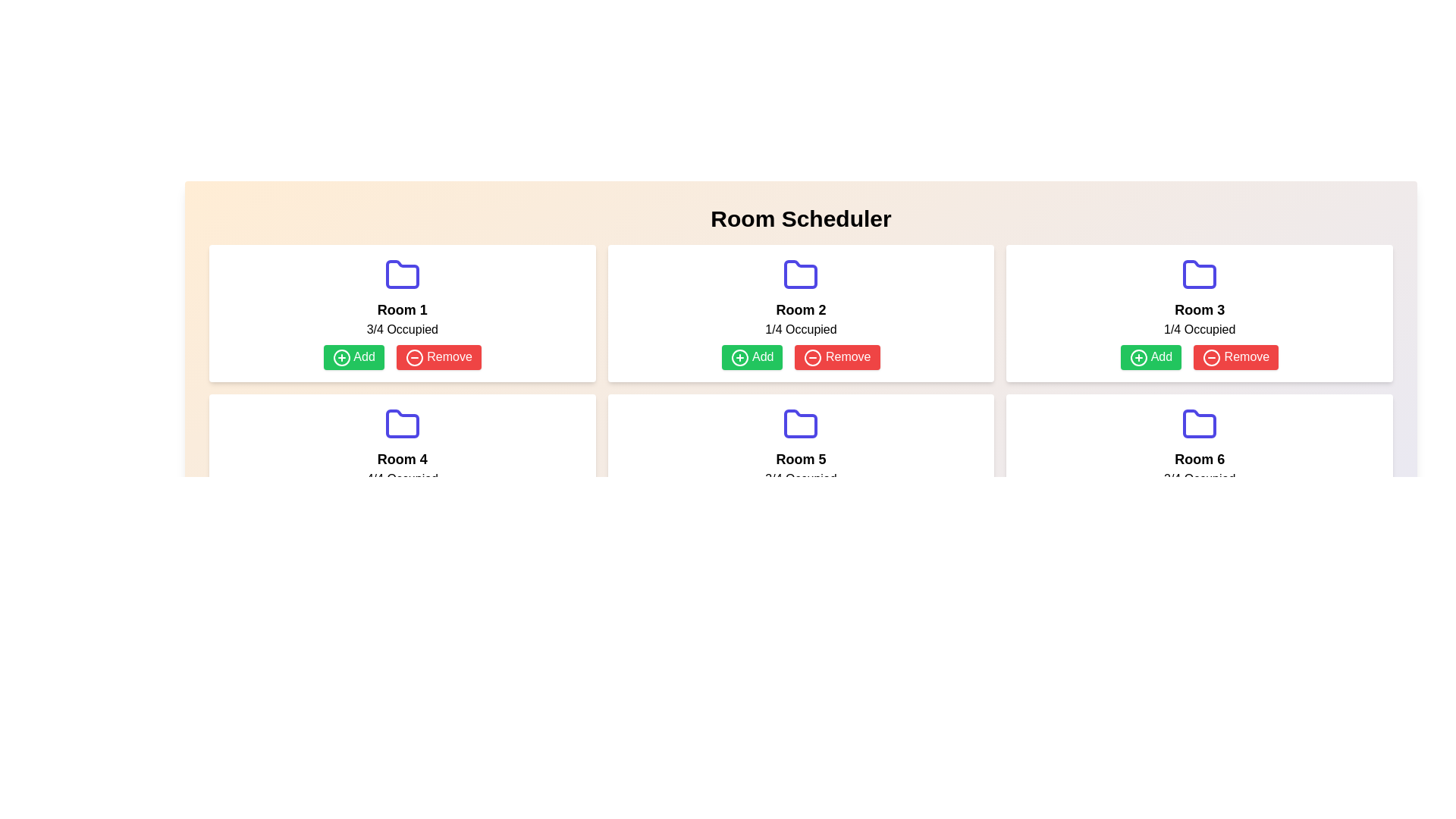 Image resolution: width=1456 pixels, height=819 pixels. What do you see at coordinates (438, 357) in the screenshot?
I see `Remove button for Room 1 to decrease its occupancy` at bounding box center [438, 357].